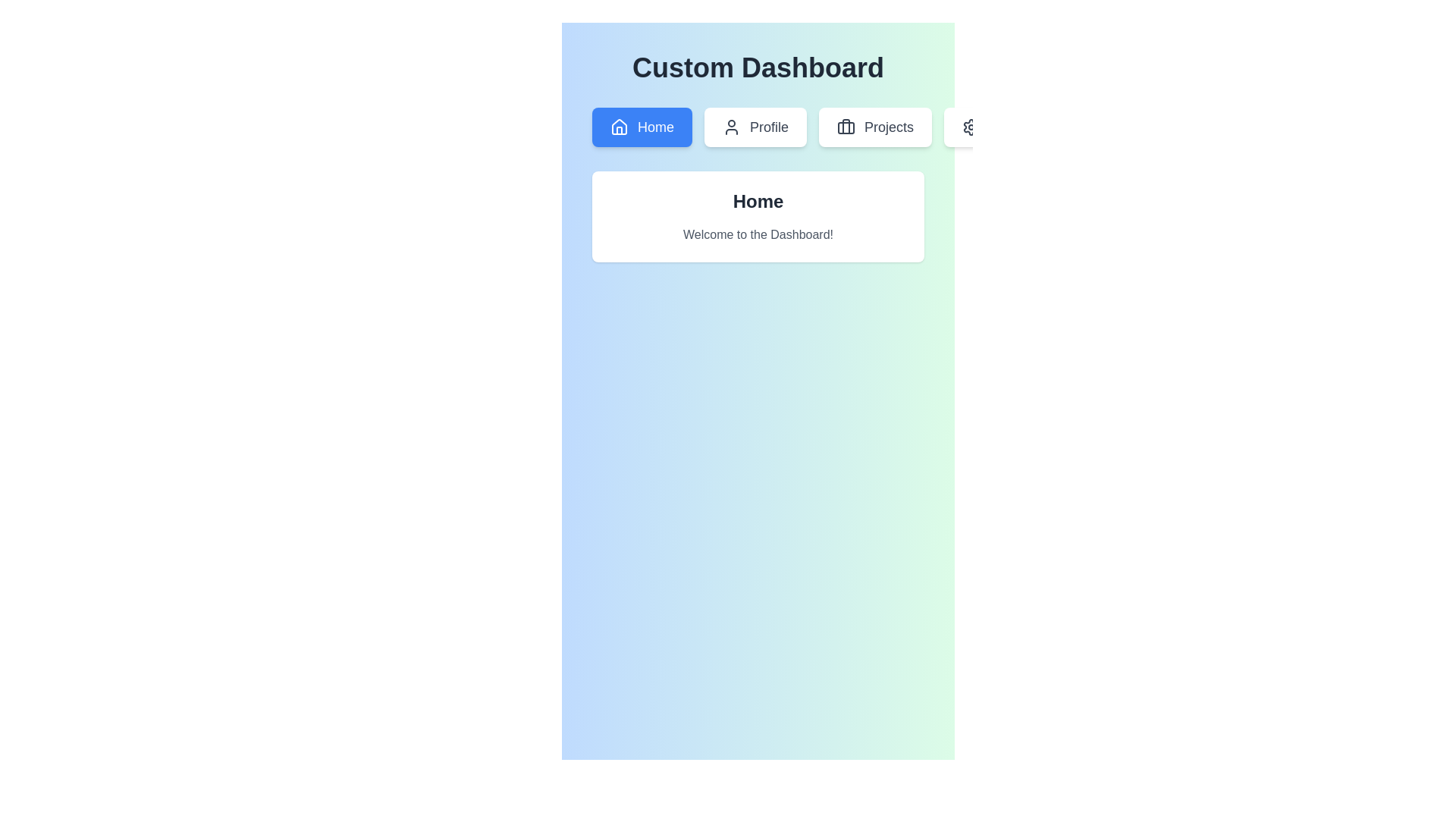 Image resolution: width=1456 pixels, height=819 pixels. Describe the element at coordinates (971, 127) in the screenshot. I see `the settings icon located at the top right of the interface, adjacent to the navigation bar for accessing configuration options` at that location.